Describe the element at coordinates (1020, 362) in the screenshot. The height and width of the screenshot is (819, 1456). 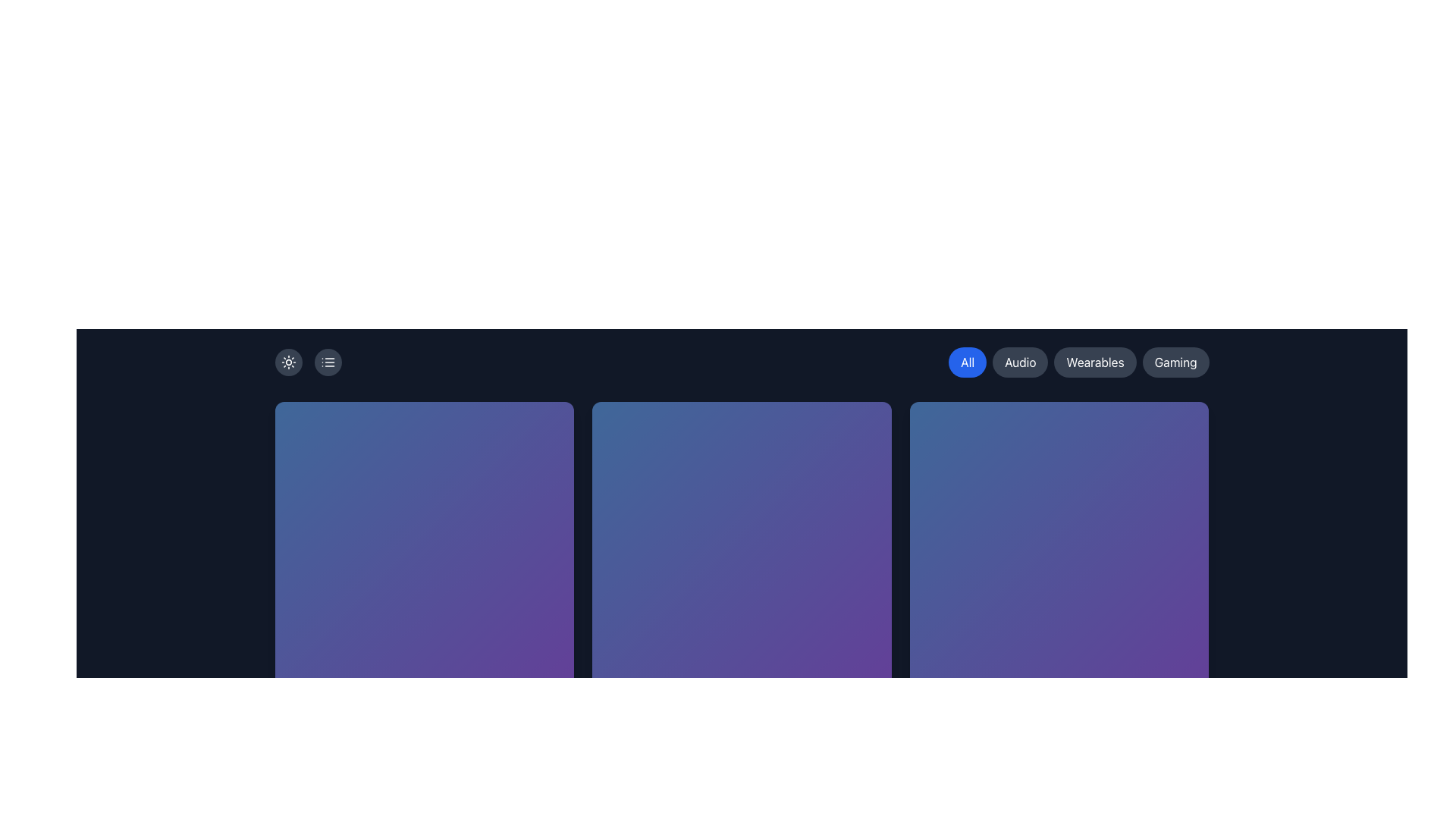
I see `the 'Audio' button, which is the second button in a series of horizontally arranged buttons with a dark gray background and white text, to trigger the hover effect` at that location.